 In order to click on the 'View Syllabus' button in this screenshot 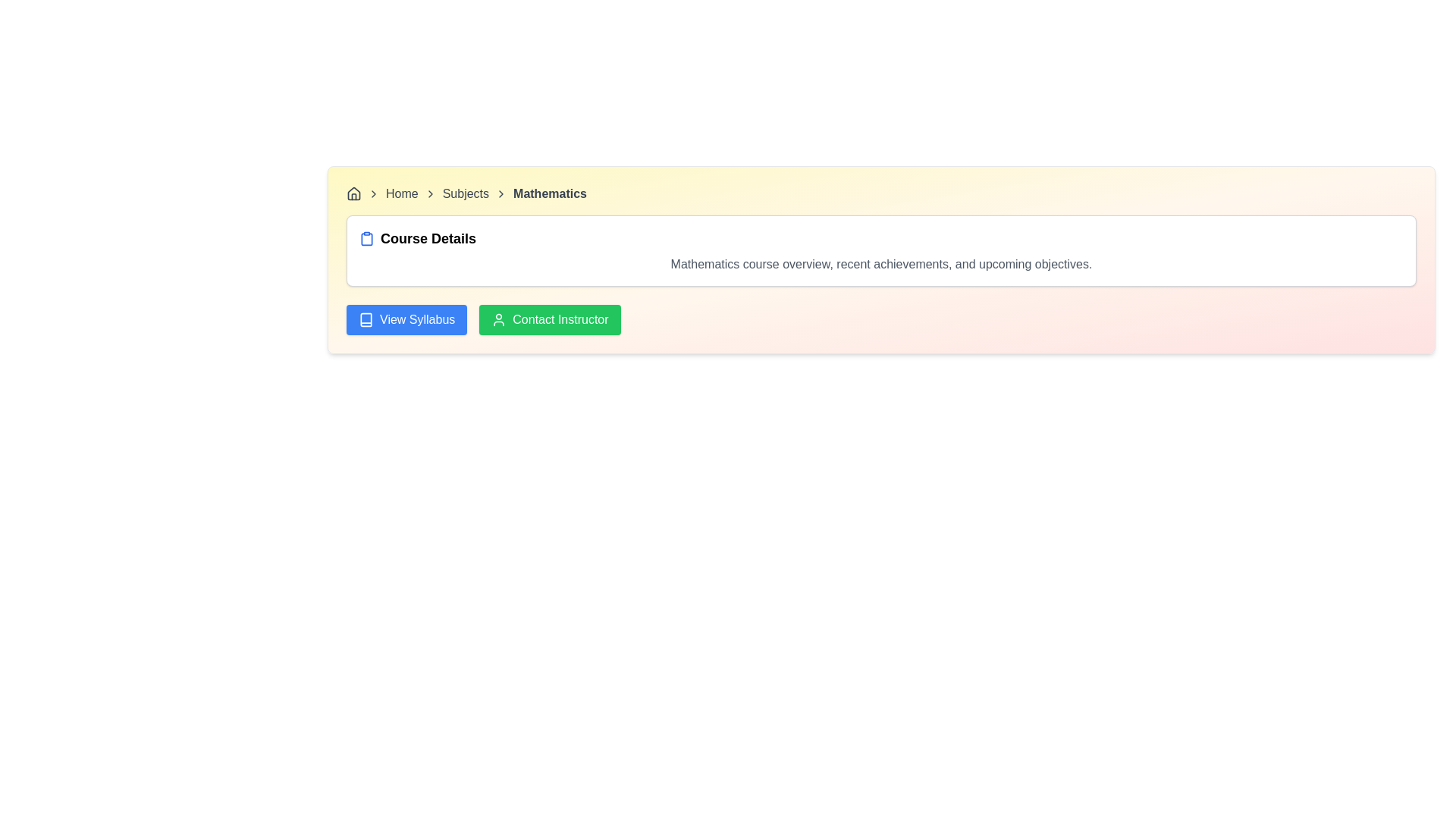, I will do `click(406, 318)`.